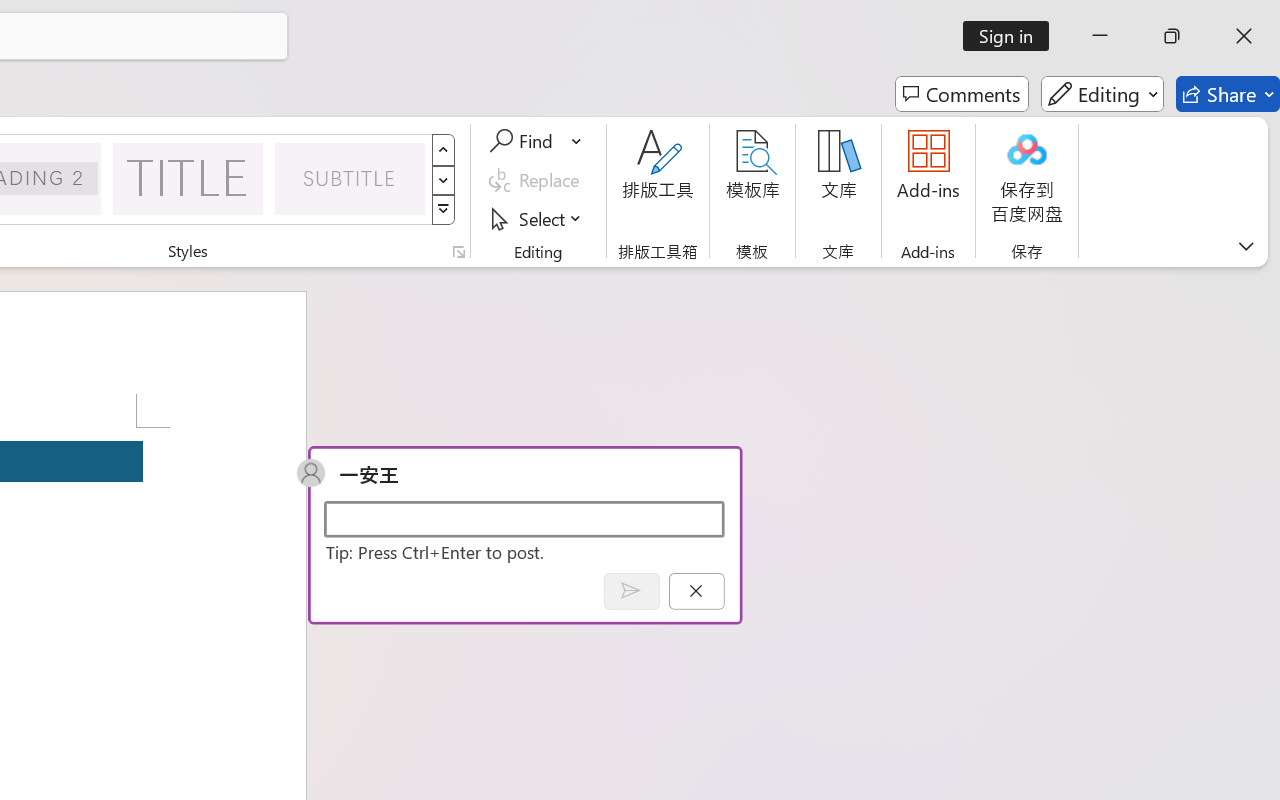 This screenshot has width=1280, height=800. Describe the element at coordinates (696, 590) in the screenshot. I see `'Cancel'` at that location.